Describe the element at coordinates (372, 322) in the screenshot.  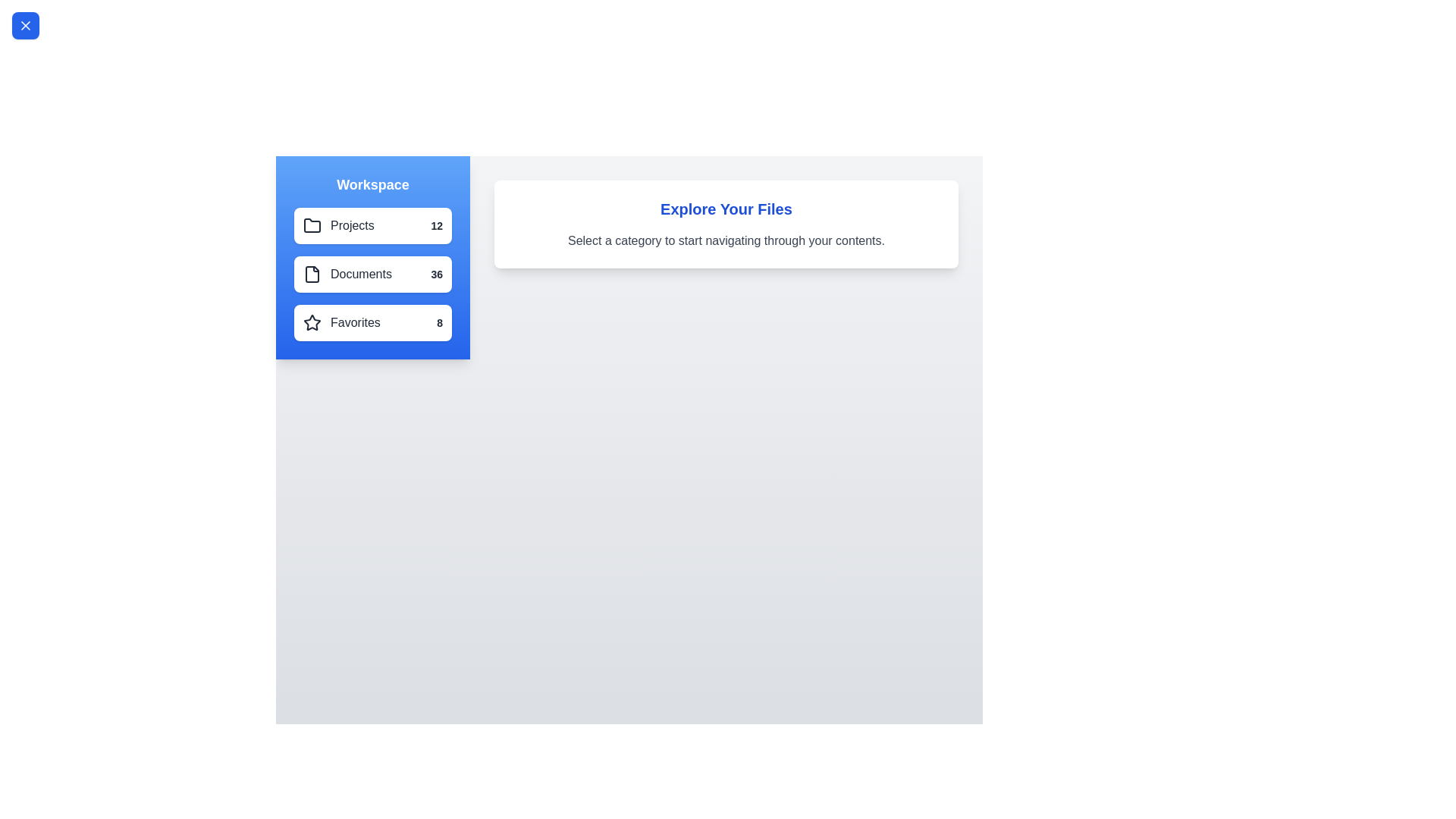
I see `the category Favorites from the list` at that location.